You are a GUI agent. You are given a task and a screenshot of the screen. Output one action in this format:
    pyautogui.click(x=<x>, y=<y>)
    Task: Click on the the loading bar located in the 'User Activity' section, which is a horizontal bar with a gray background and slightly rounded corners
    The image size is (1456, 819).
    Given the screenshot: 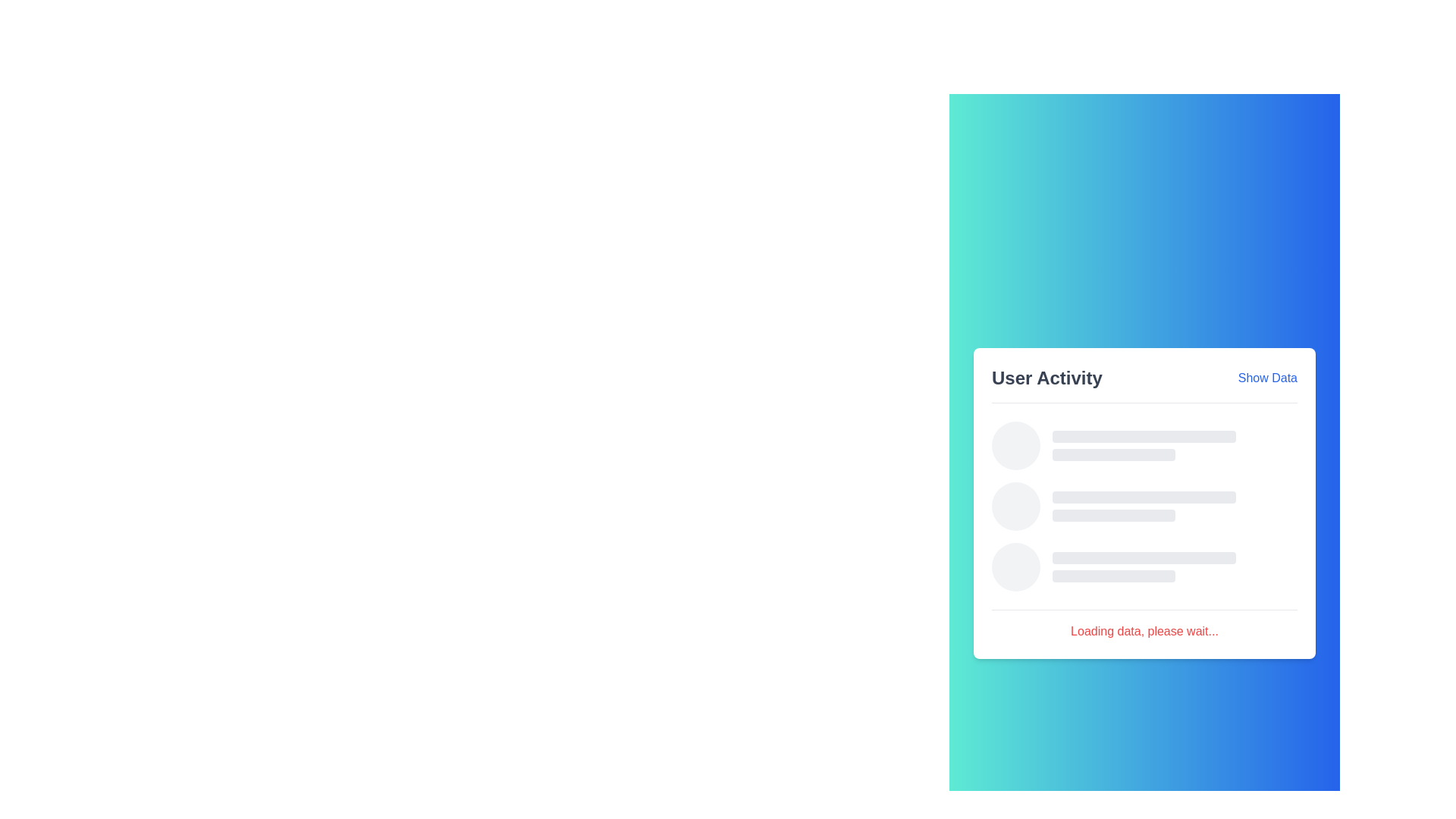 What is the action you would take?
    pyautogui.click(x=1144, y=436)
    